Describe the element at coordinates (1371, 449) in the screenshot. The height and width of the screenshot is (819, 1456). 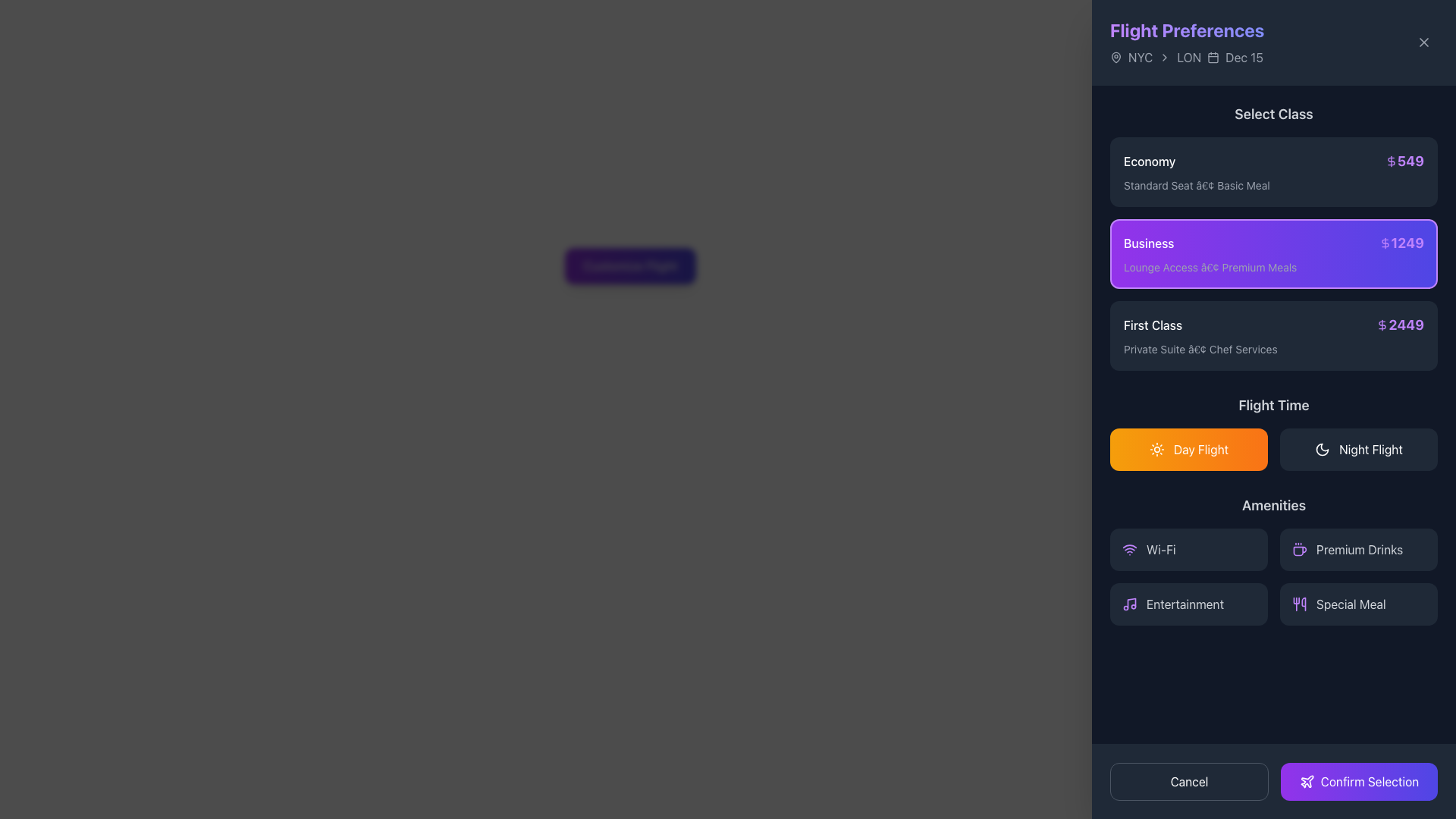
I see `the 'Night Flight' text label, which is styled in white sans-serif font against a dark background and positioned under the 'Flight Time' section in the right-hand sidebar` at that location.